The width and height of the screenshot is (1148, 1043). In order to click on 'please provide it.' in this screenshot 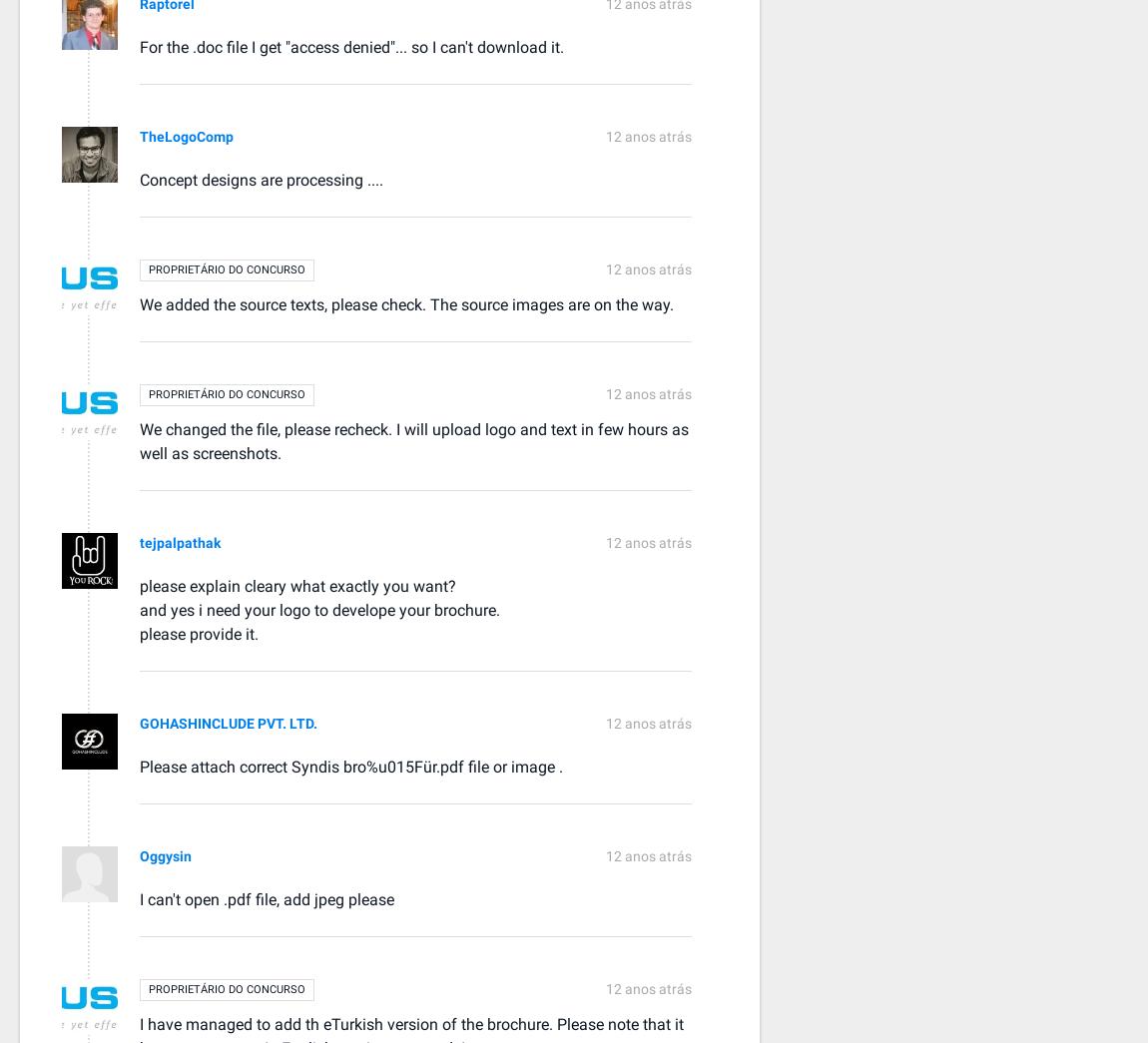, I will do `click(198, 632)`.